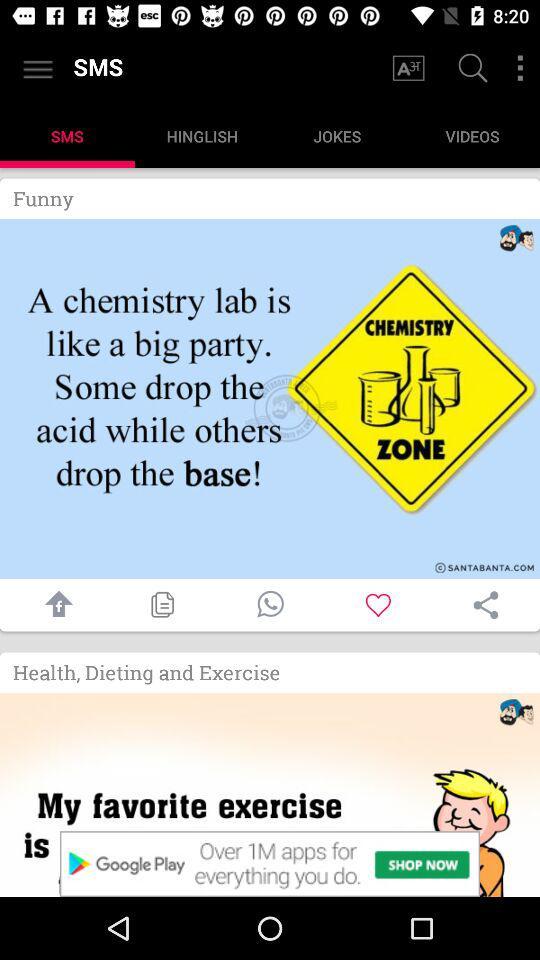  What do you see at coordinates (270, 794) in the screenshot?
I see `advatisment` at bounding box center [270, 794].